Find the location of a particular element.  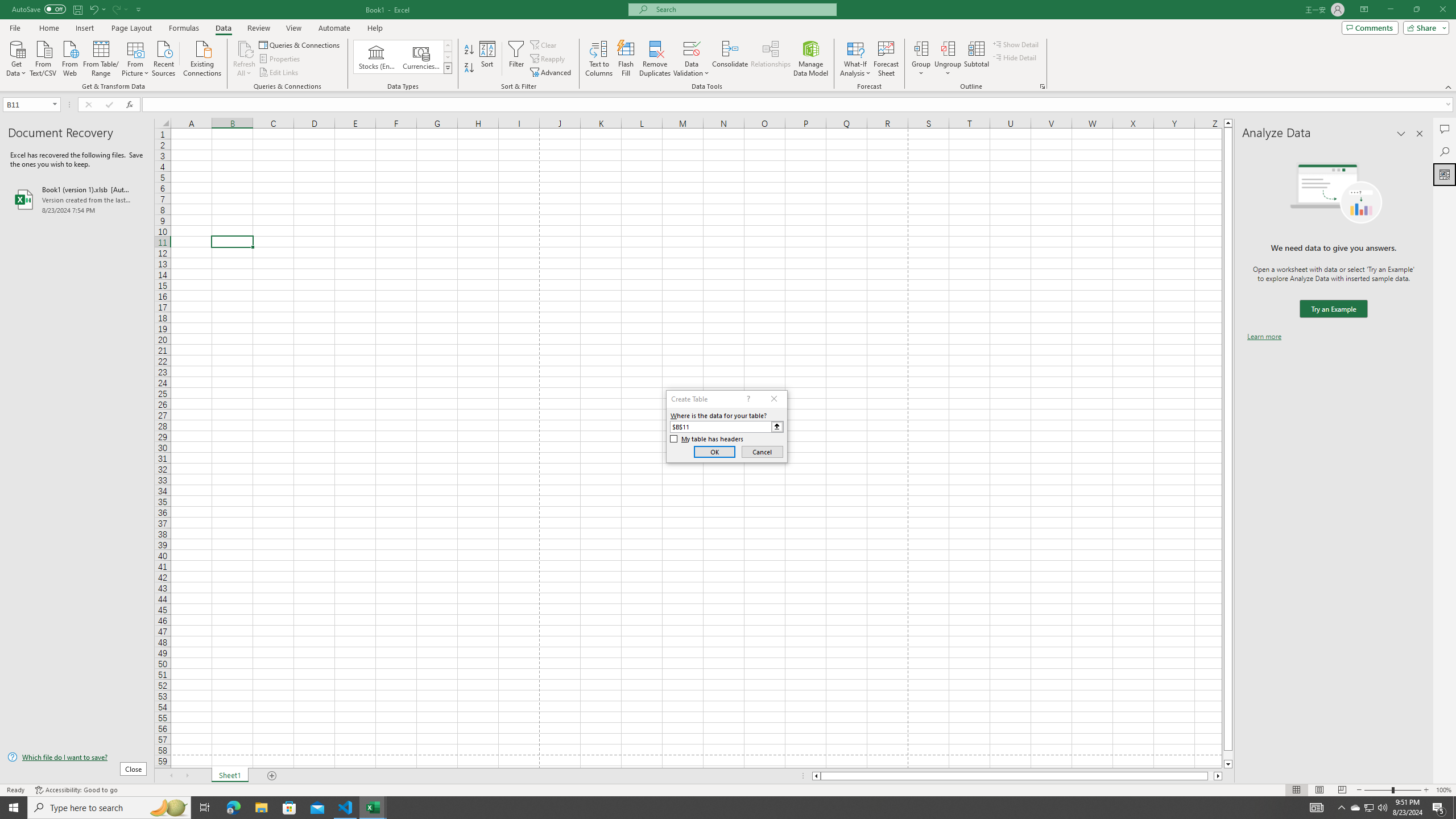

'Column left' is located at coordinates (816, 775).